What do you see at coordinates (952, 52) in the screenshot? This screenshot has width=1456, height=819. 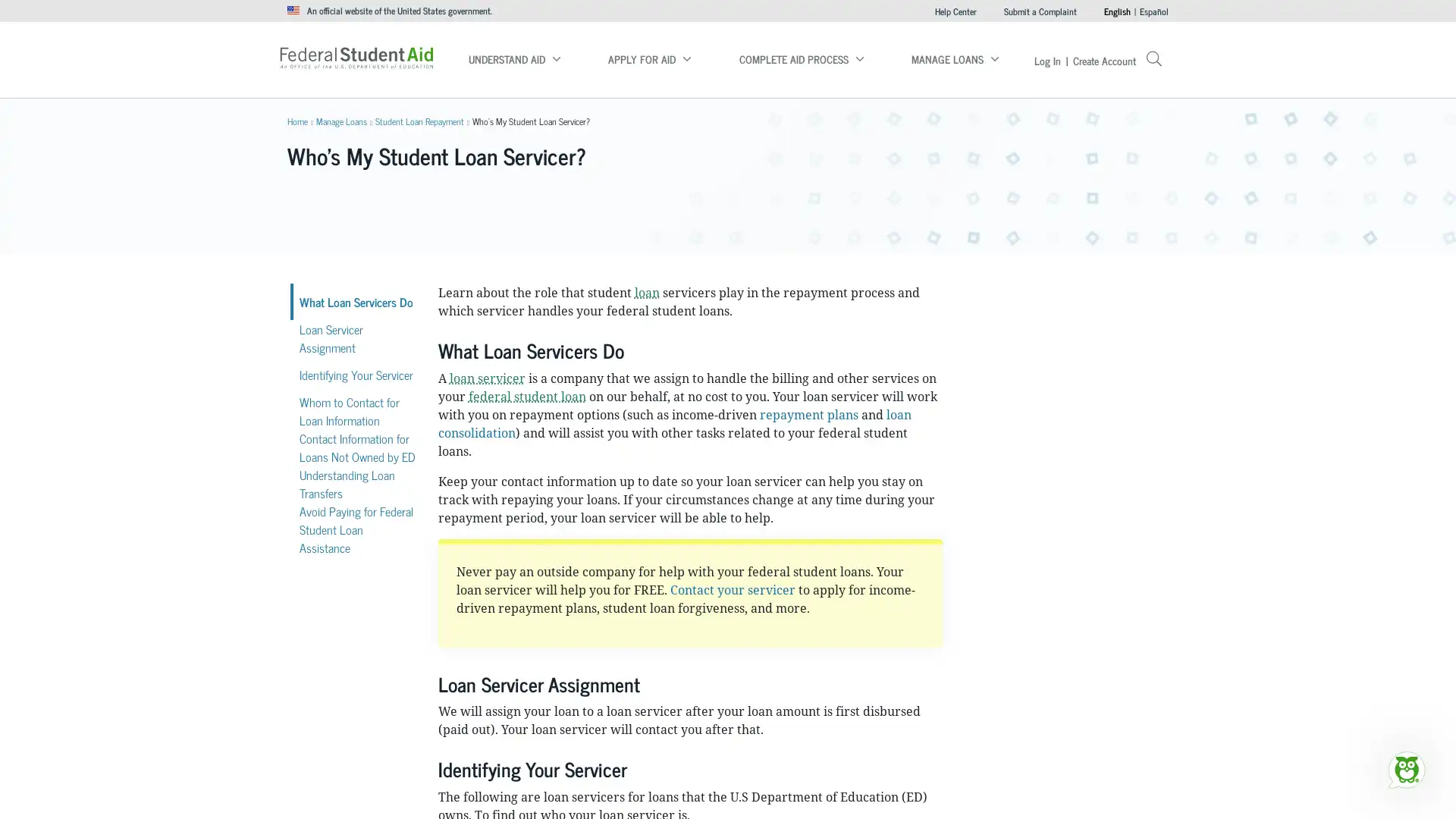 I see `Search` at bounding box center [952, 52].